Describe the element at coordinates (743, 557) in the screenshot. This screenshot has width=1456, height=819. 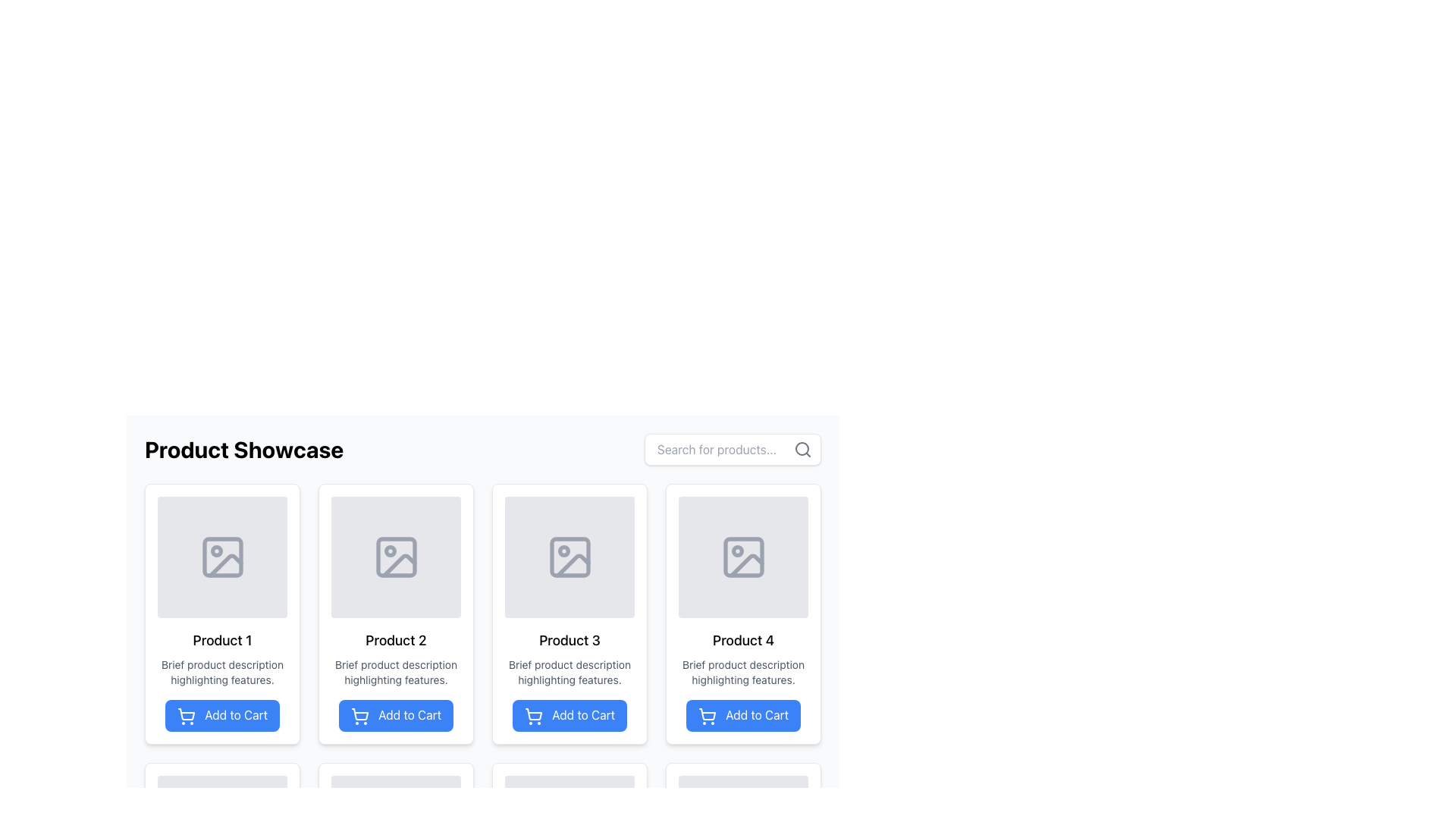
I see `the image icon representing 'Product 4' in the product showcase interface, which is located in the upper section of the card above the product title` at that location.